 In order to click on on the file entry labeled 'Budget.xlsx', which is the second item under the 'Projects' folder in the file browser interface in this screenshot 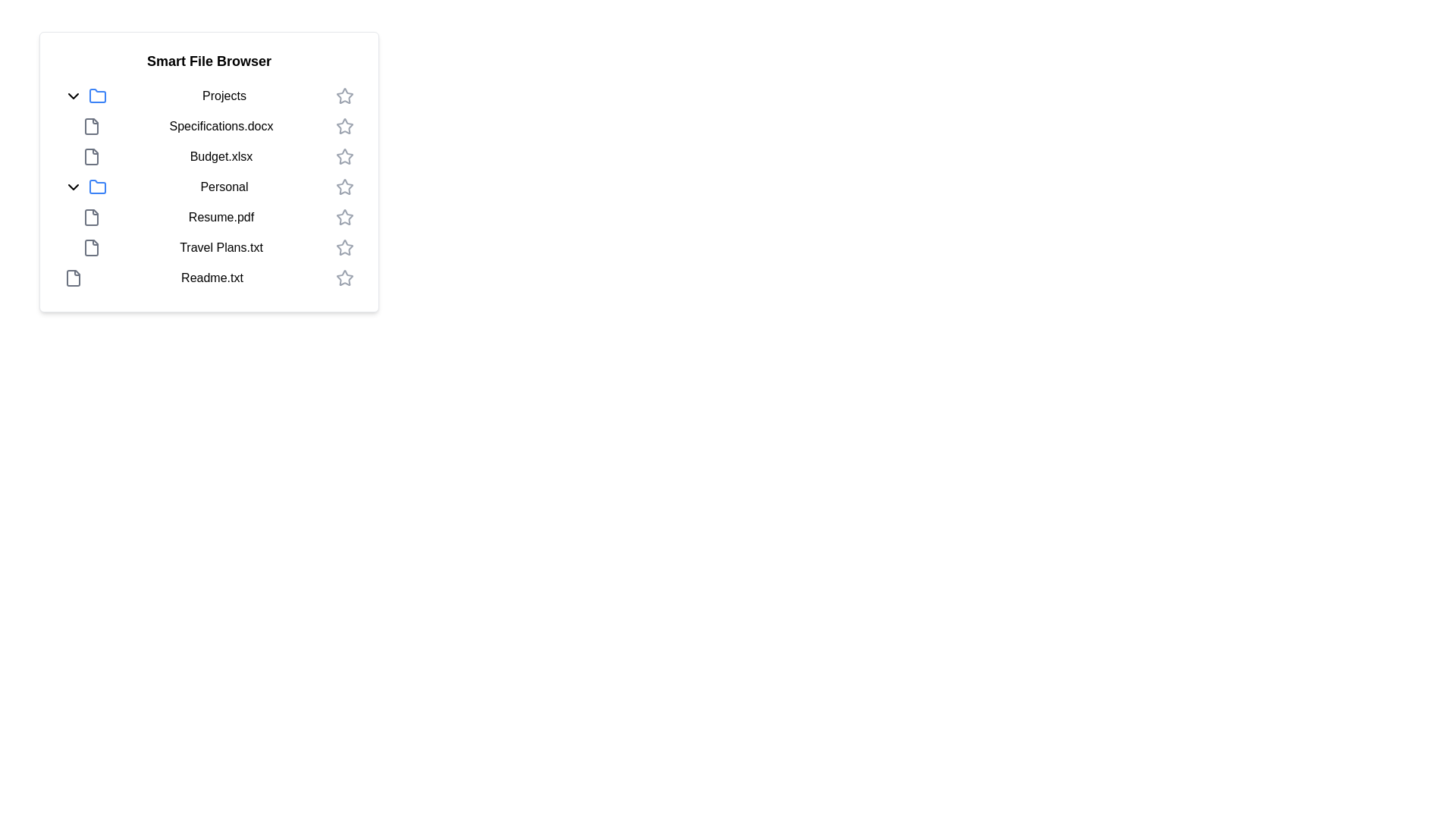, I will do `click(218, 157)`.